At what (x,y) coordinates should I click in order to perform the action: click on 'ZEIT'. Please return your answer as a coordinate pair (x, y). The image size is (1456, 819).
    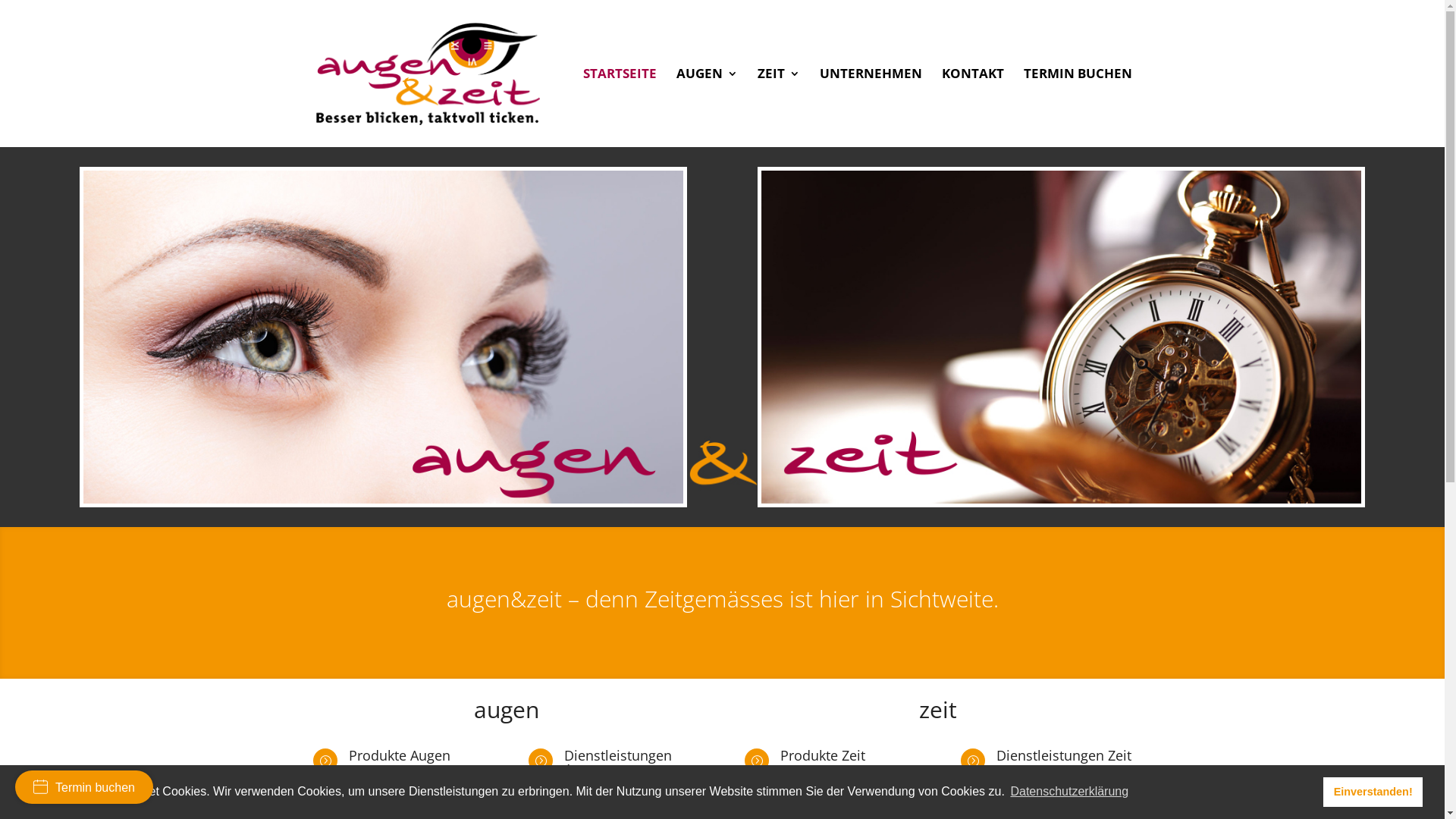
    Looking at the image, I should click on (778, 107).